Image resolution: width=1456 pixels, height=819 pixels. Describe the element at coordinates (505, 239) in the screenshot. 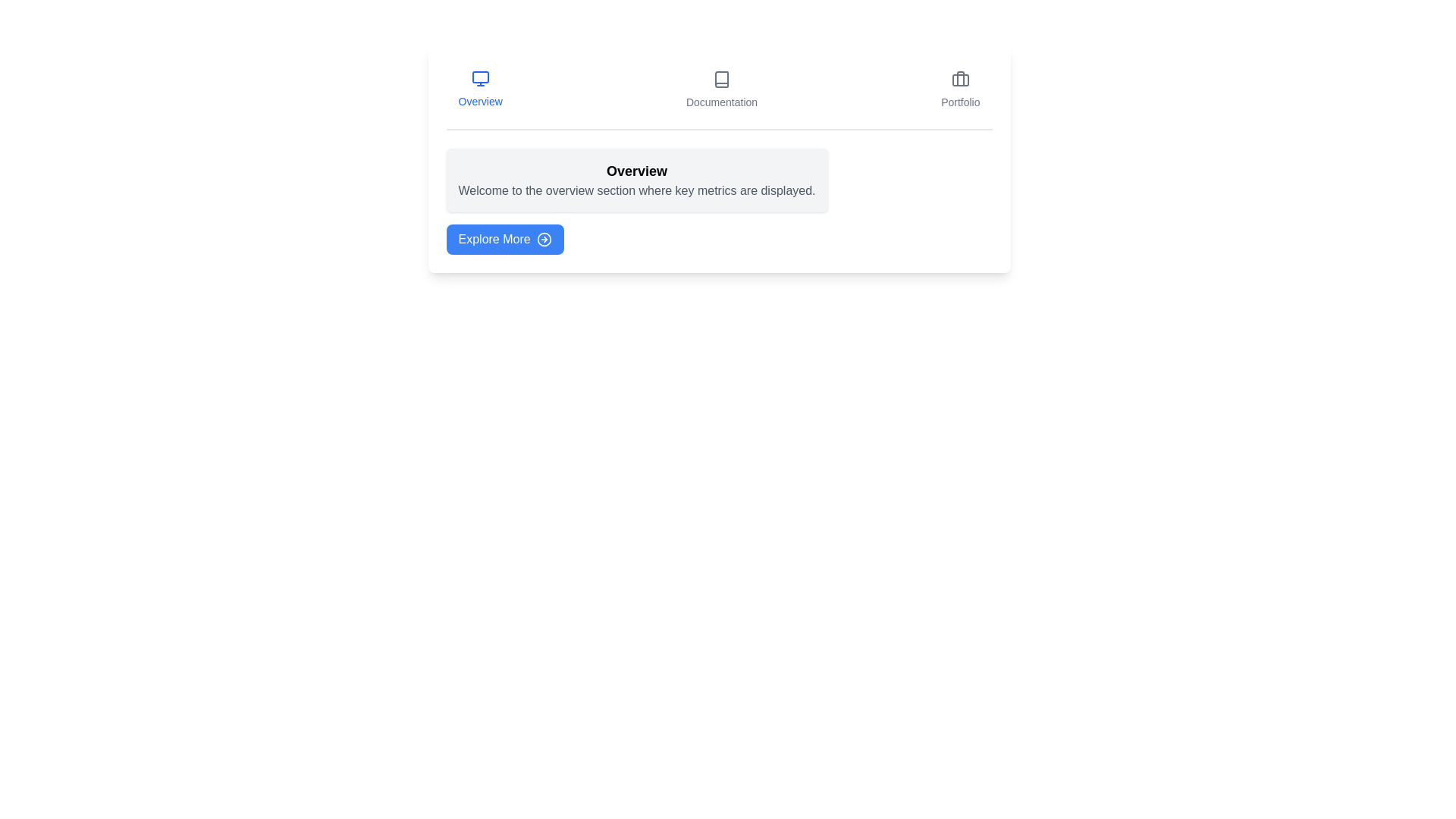

I see `the 'Explore More' button to navigate to additional content` at that location.